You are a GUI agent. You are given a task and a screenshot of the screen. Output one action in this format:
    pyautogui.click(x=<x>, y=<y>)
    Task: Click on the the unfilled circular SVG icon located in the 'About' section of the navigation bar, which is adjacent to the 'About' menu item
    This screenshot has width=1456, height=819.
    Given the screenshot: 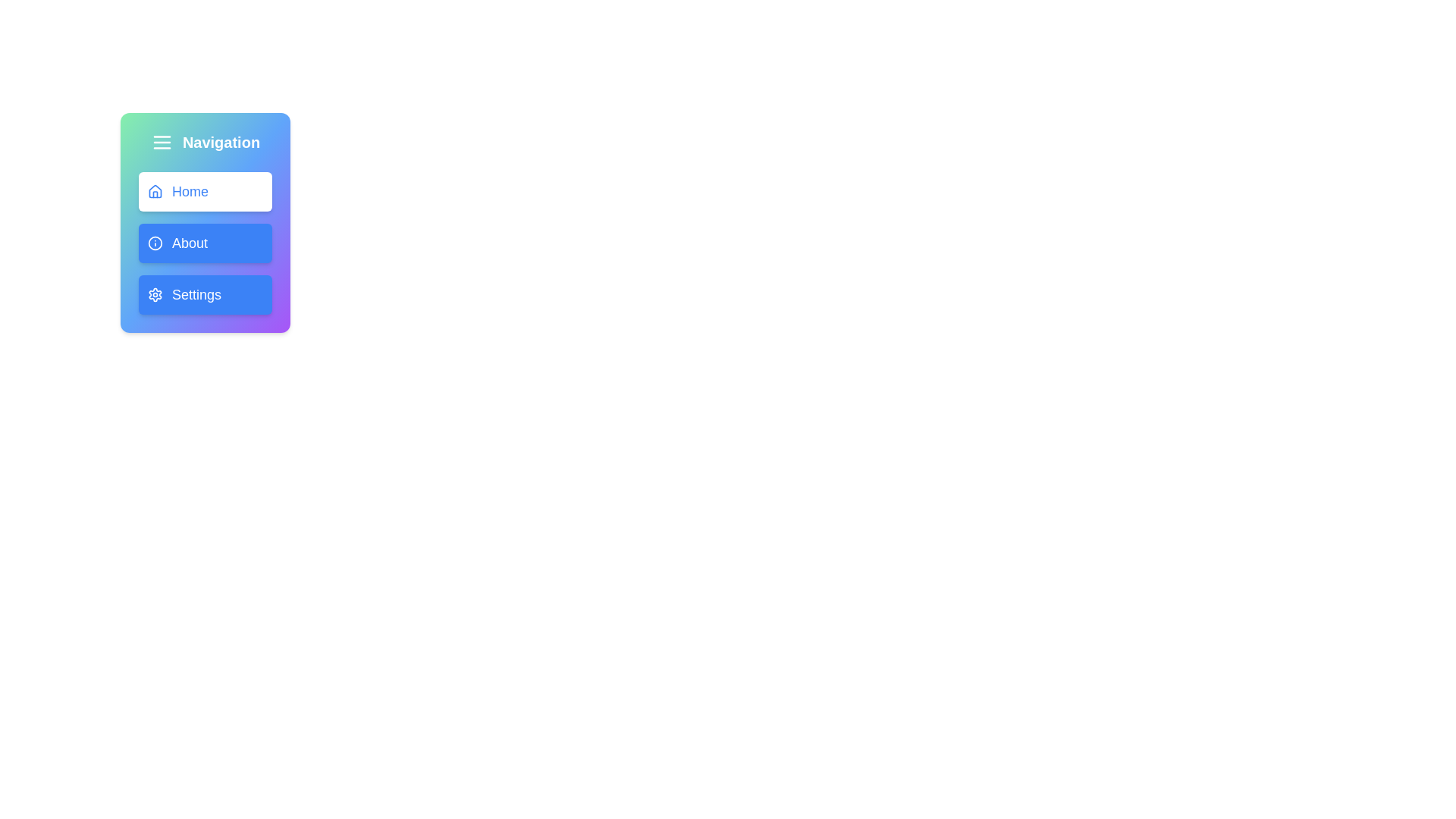 What is the action you would take?
    pyautogui.click(x=155, y=242)
    